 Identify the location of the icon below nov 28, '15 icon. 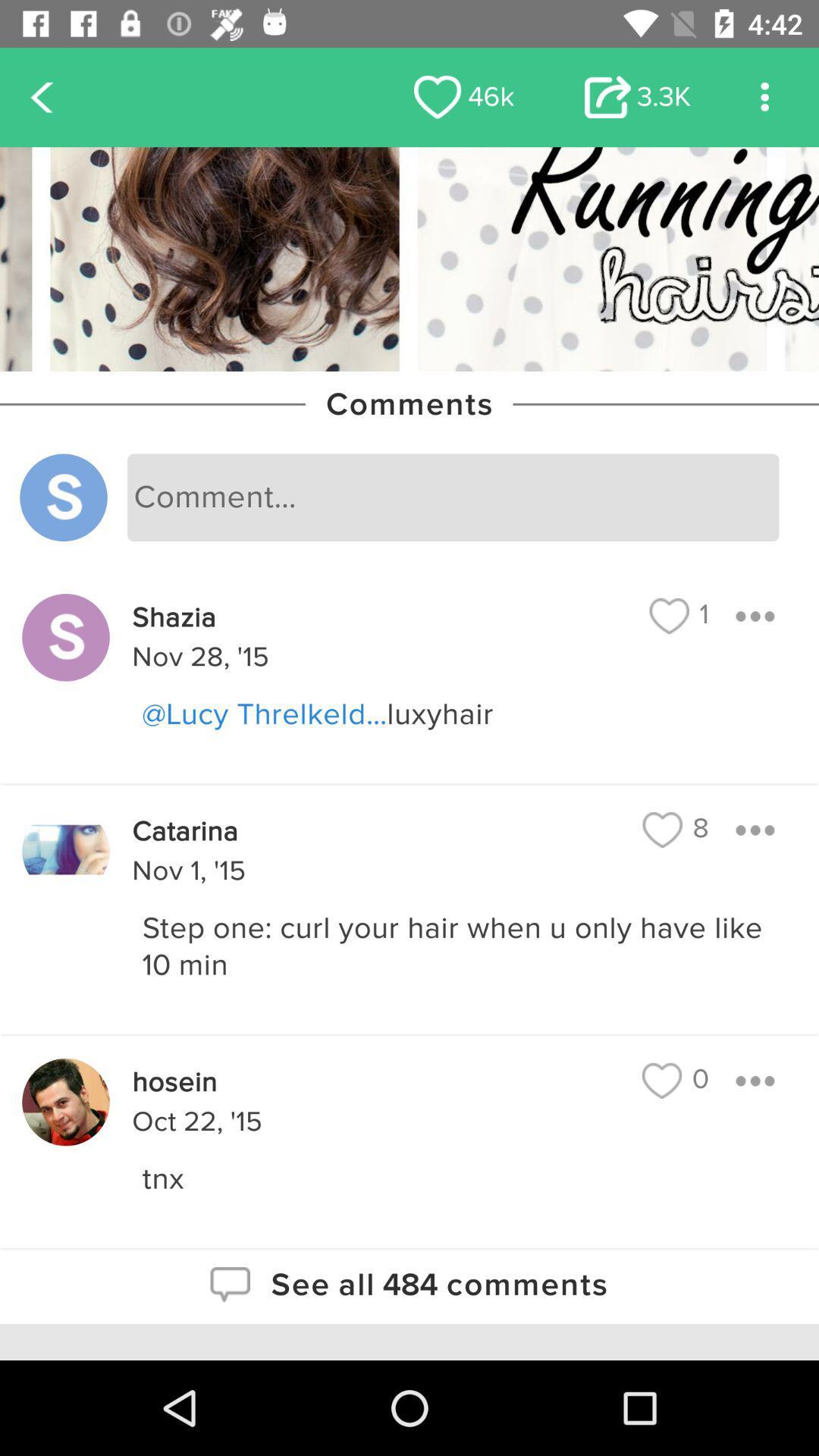
(464, 714).